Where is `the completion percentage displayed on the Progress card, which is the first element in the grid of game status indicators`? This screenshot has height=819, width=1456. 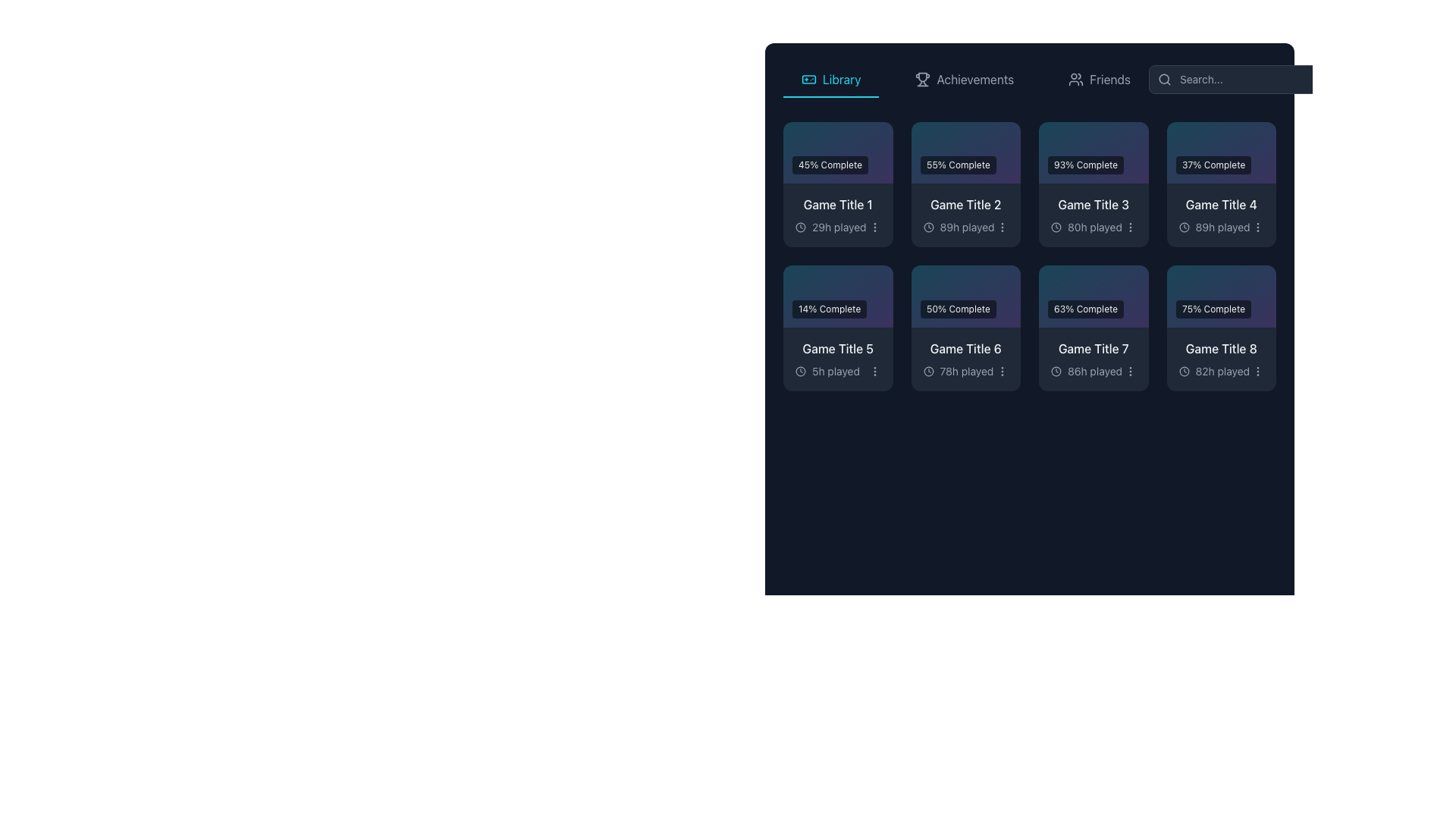 the completion percentage displayed on the Progress card, which is the first element in the grid of game status indicators is located at coordinates (837, 152).